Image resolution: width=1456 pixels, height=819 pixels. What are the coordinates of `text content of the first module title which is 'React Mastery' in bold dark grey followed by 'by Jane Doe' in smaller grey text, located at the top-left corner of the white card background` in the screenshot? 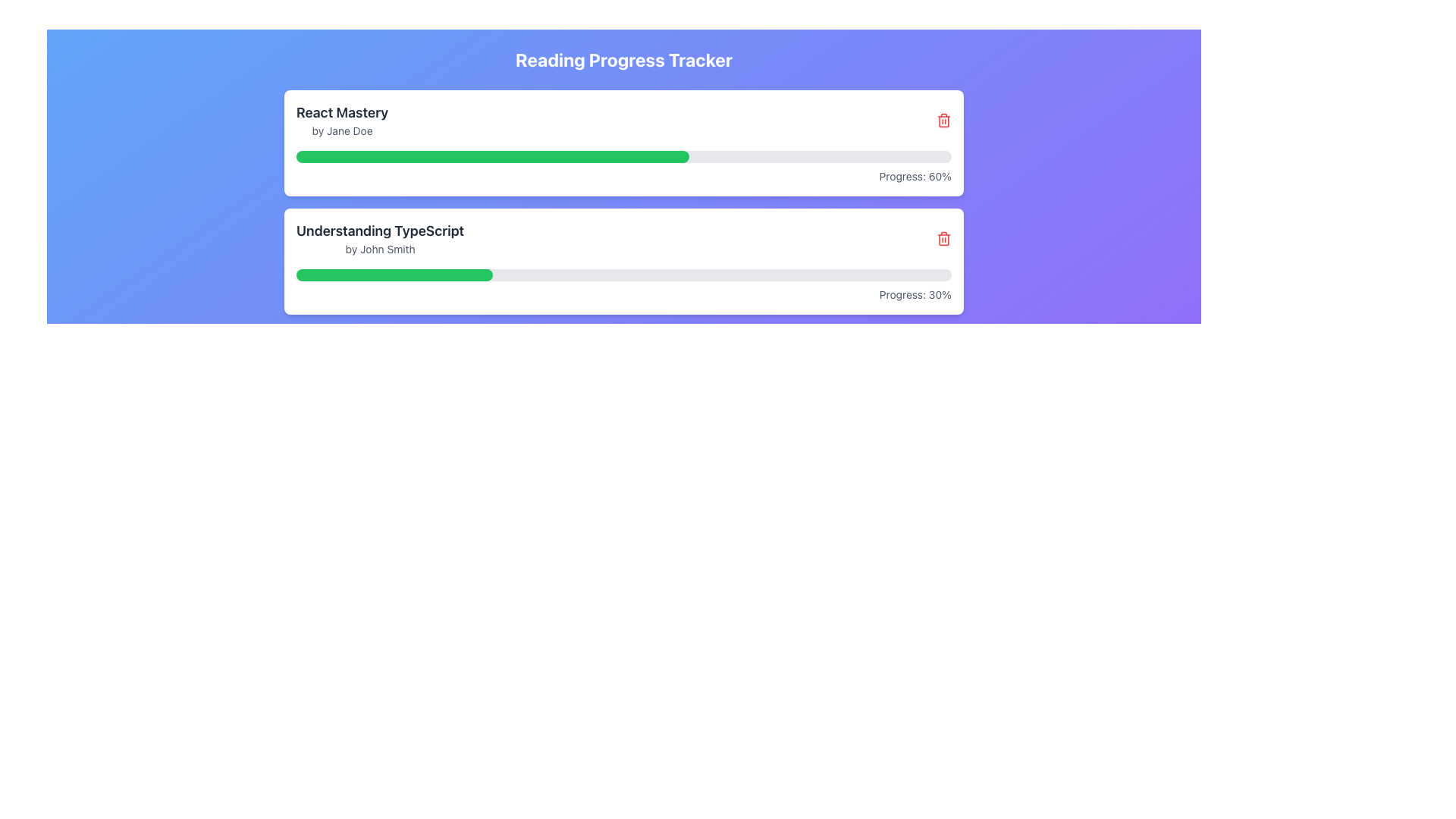 It's located at (341, 119).